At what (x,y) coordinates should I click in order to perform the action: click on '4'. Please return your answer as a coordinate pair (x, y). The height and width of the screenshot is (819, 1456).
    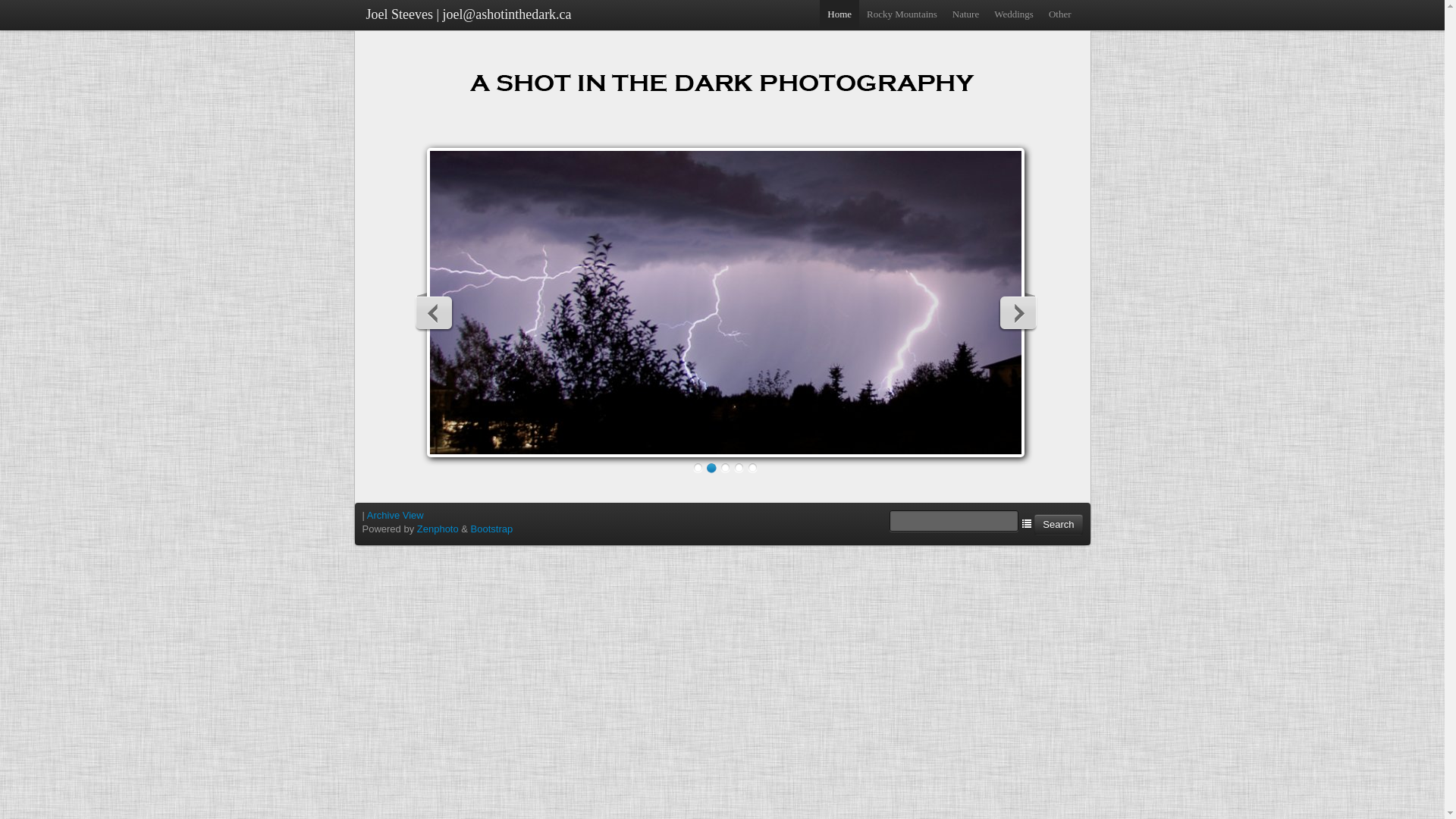
    Looking at the image, I should click on (739, 467).